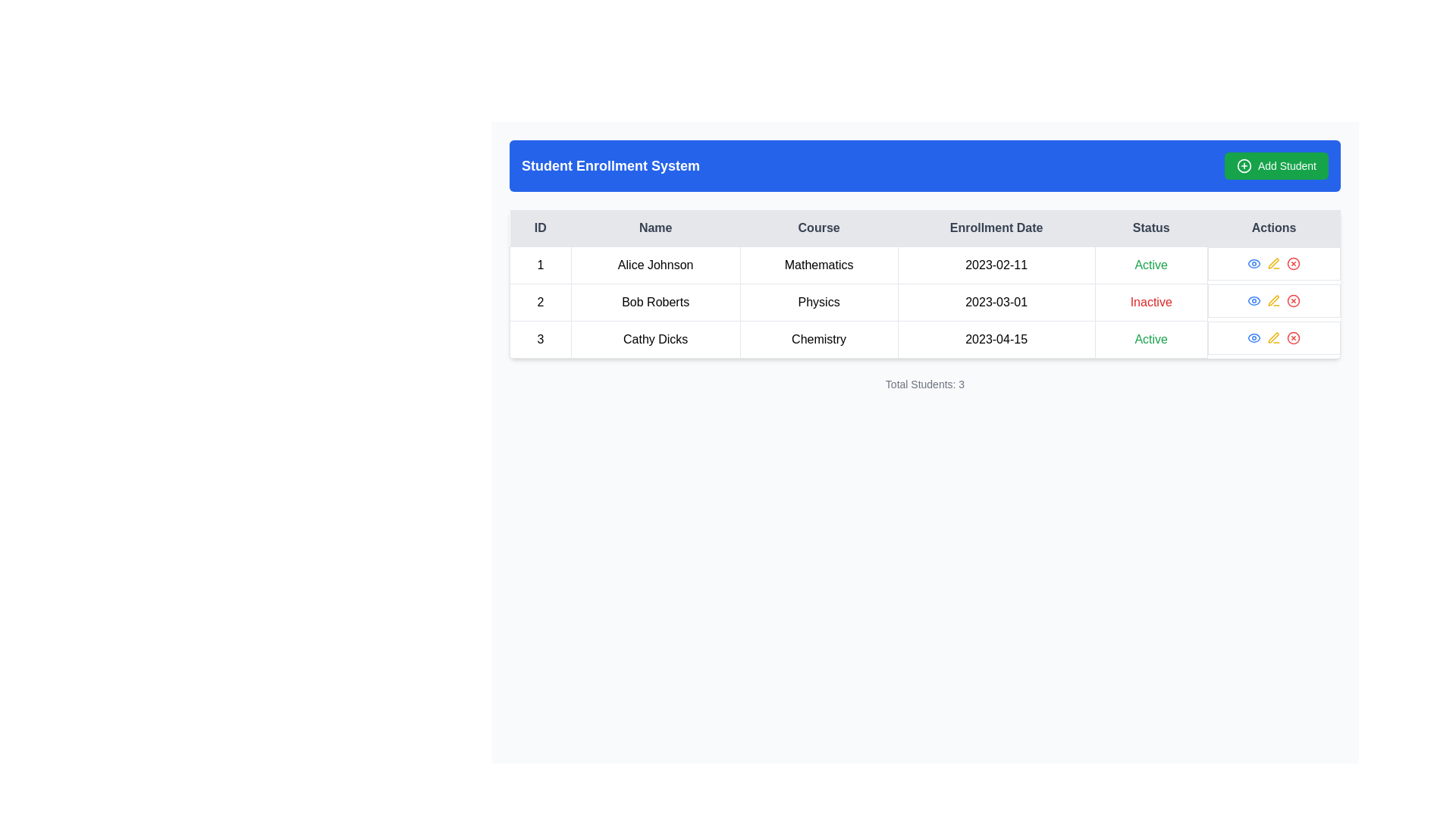 This screenshot has width=1456, height=819. What do you see at coordinates (655, 302) in the screenshot?
I see `the static text element displaying the name 'Bob Roberts', located under the 'Name' column in the second row of the table` at bounding box center [655, 302].